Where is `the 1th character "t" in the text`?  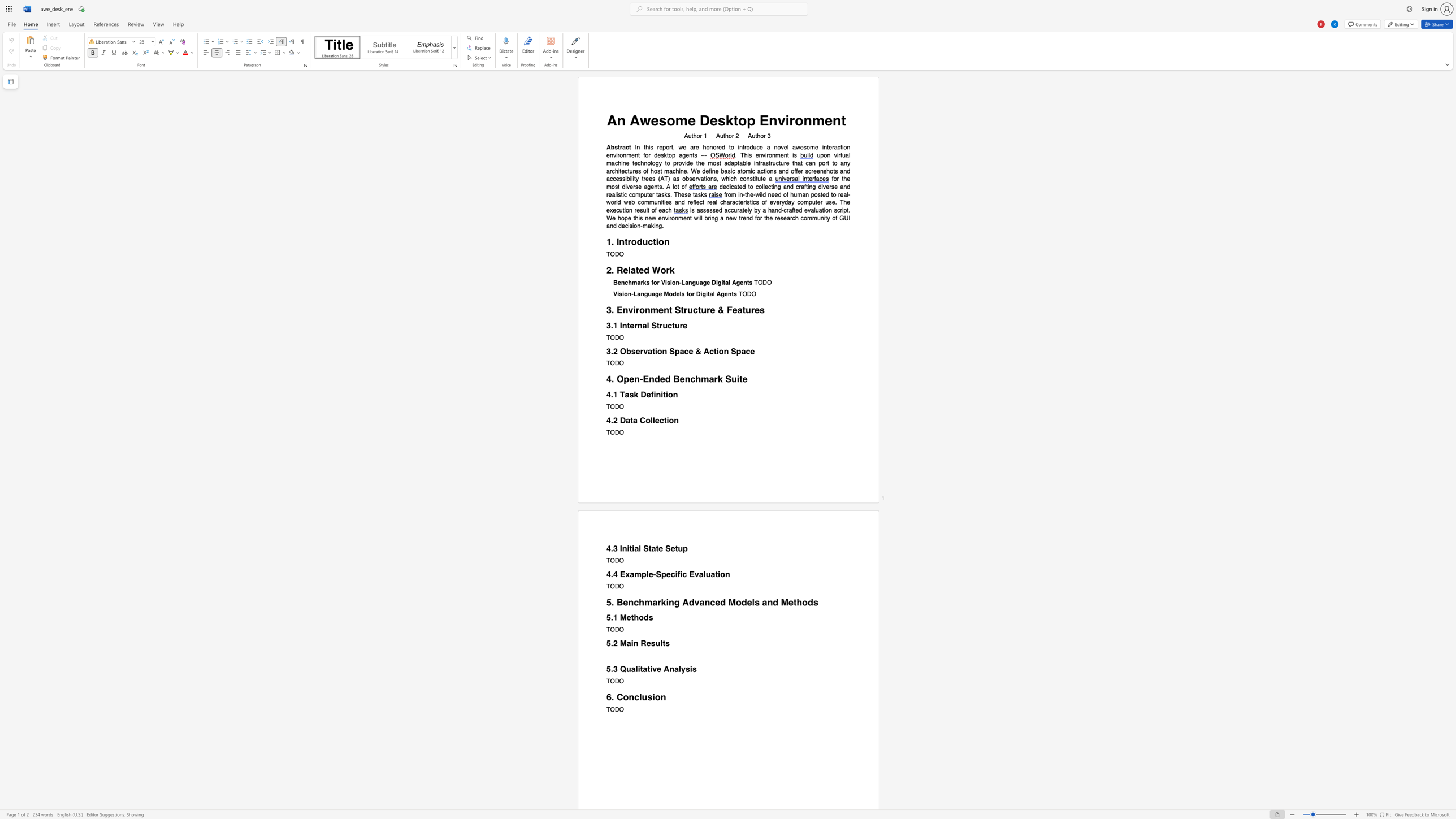
the 1th character "t" in the text is located at coordinates (735, 120).